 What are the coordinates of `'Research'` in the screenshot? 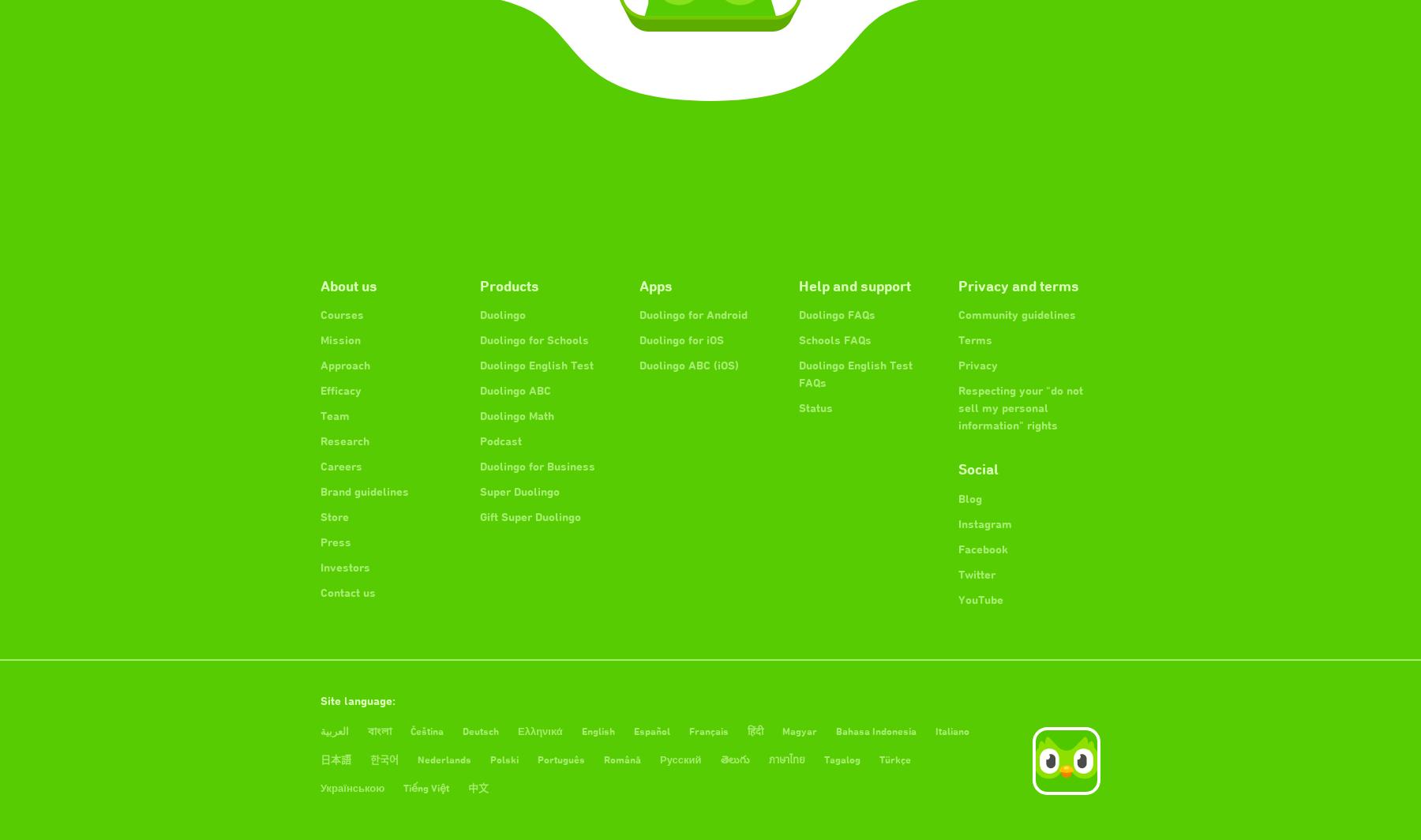 It's located at (345, 441).